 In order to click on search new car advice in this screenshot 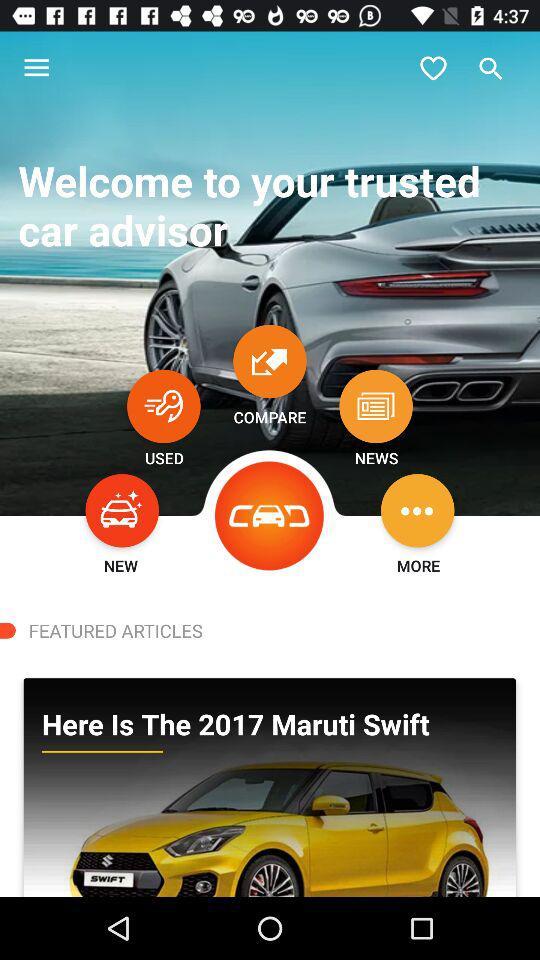, I will do `click(122, 509)`.